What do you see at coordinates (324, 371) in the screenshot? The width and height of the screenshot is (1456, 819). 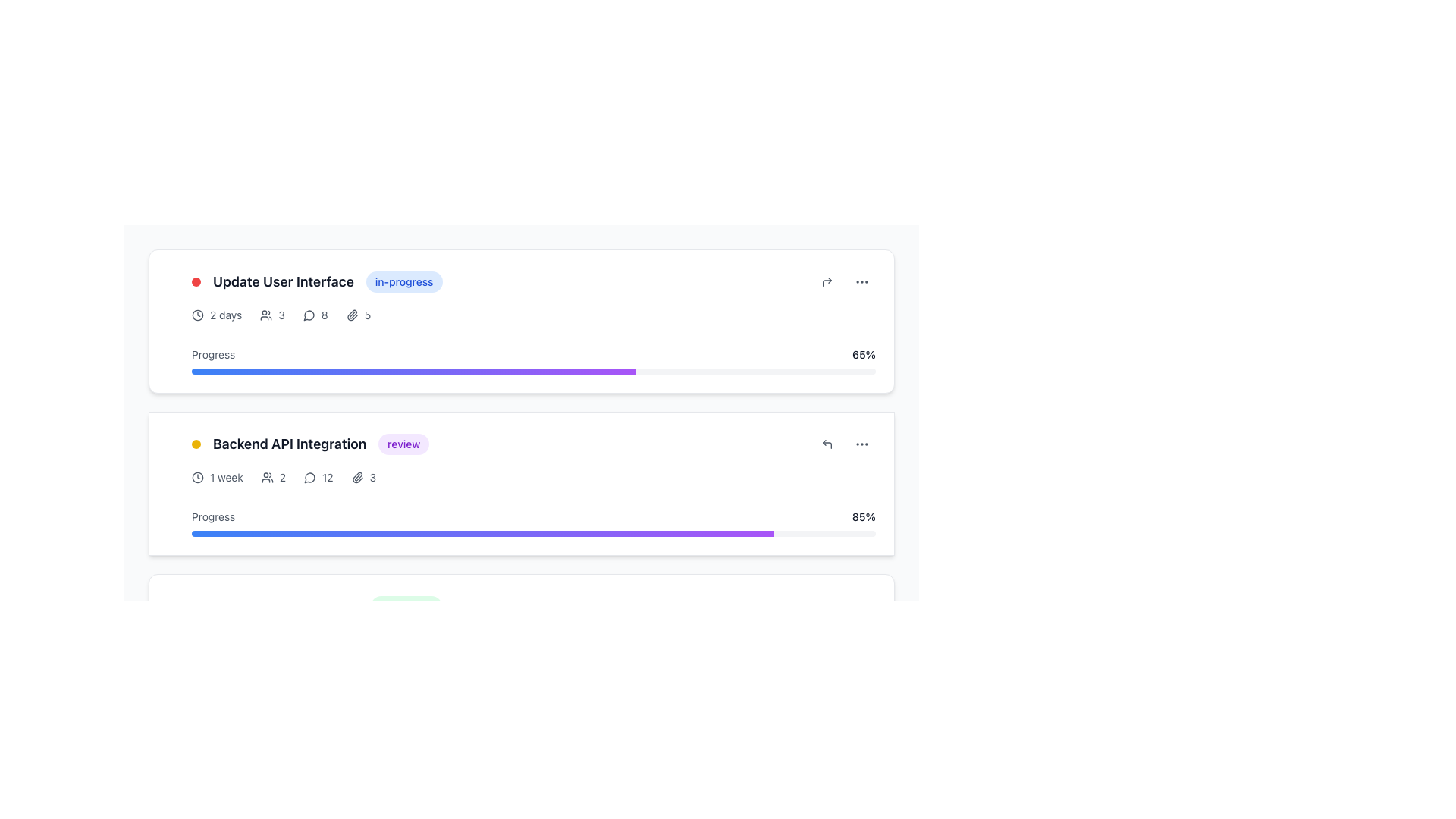 I see `progress` at bounding box center [324, 371].